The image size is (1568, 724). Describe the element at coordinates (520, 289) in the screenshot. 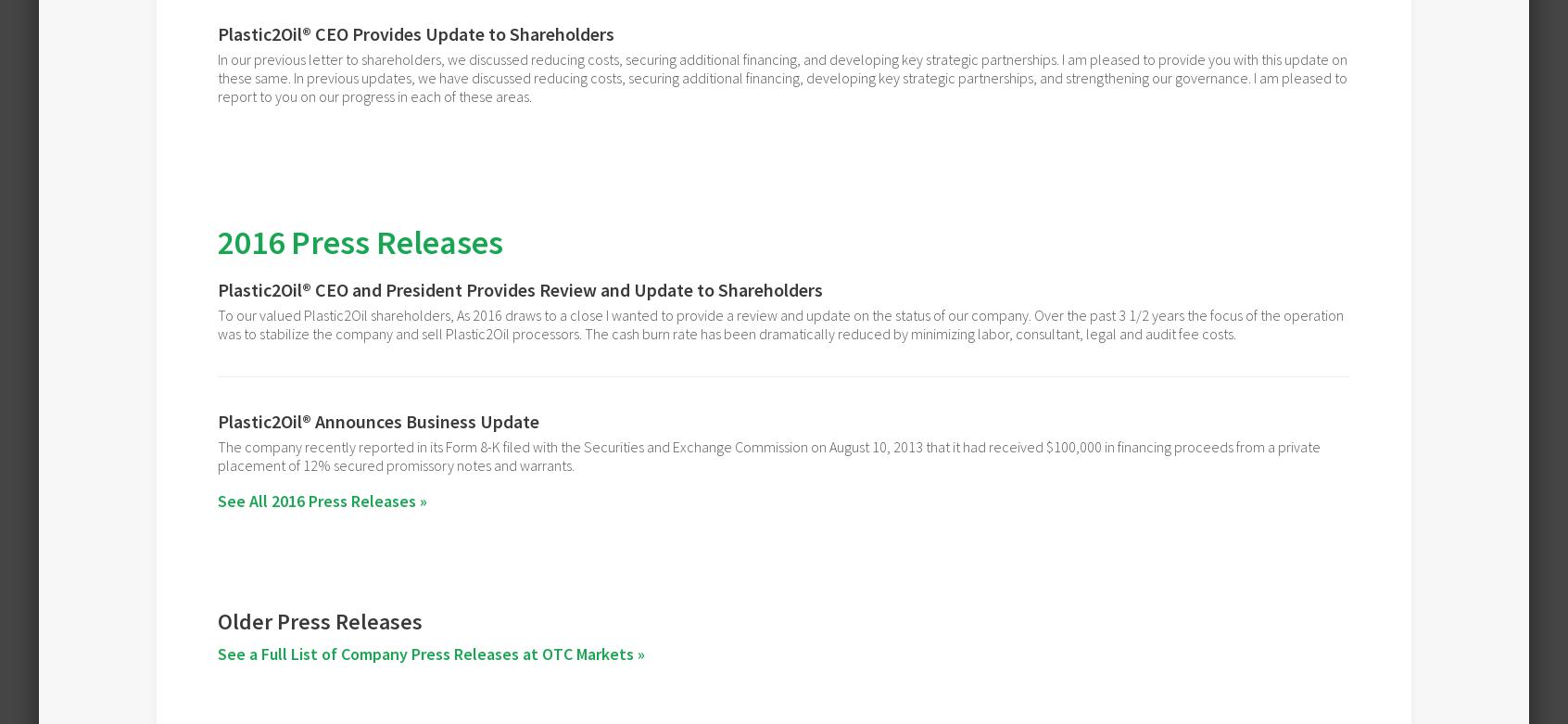

I see `'Plastic2Oil® CEO and President Provides Review and Update to Shareholders'` at that location.